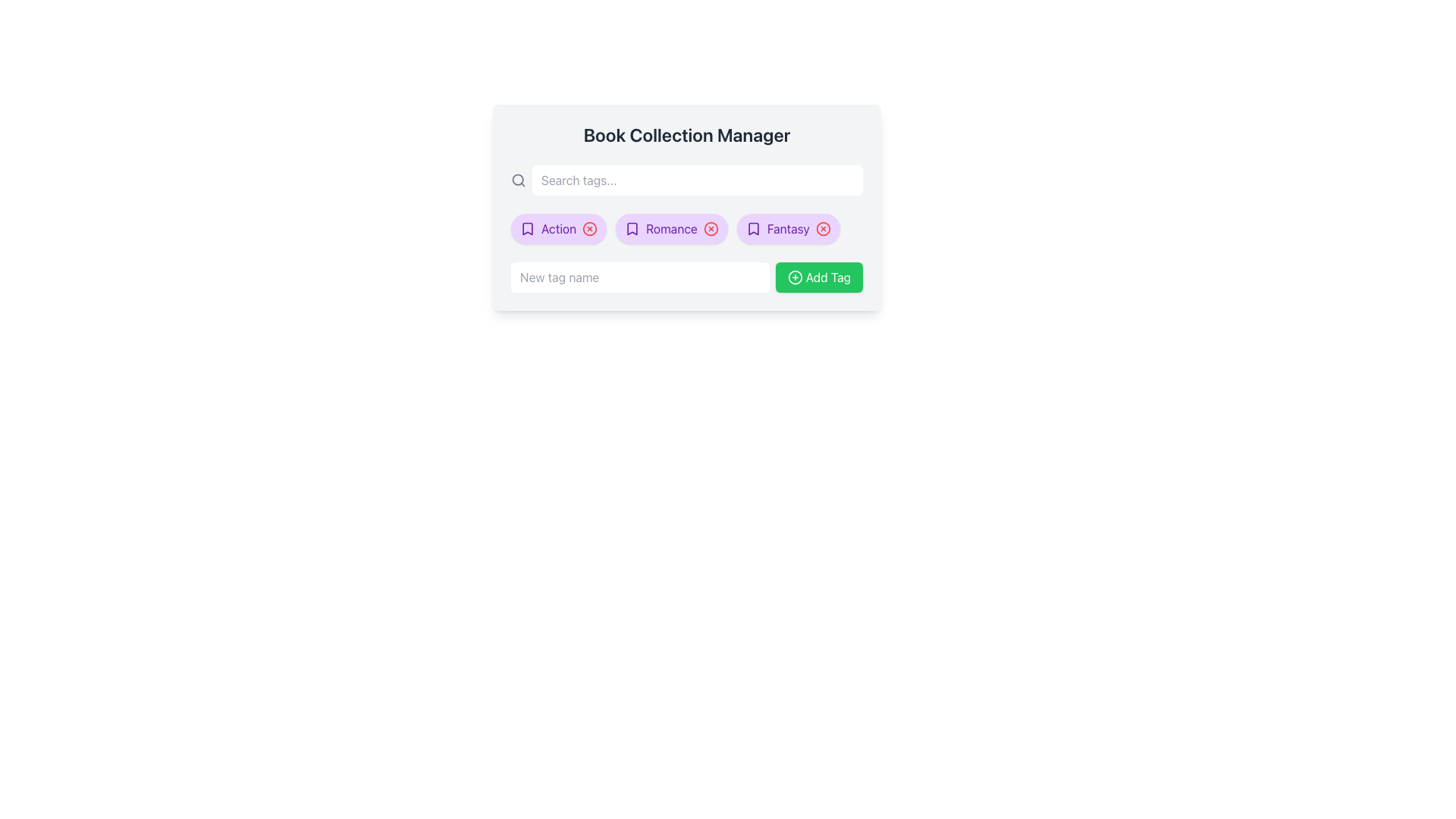  What do you see at coordinates (632, 228) in the screenshot?
I see `the bookmark icon located within the purple 'Romance' tag in the 'Book Collection Manager' interface, positioned to the left of the circle and 'x' icon` at bounding box center [632, 228].